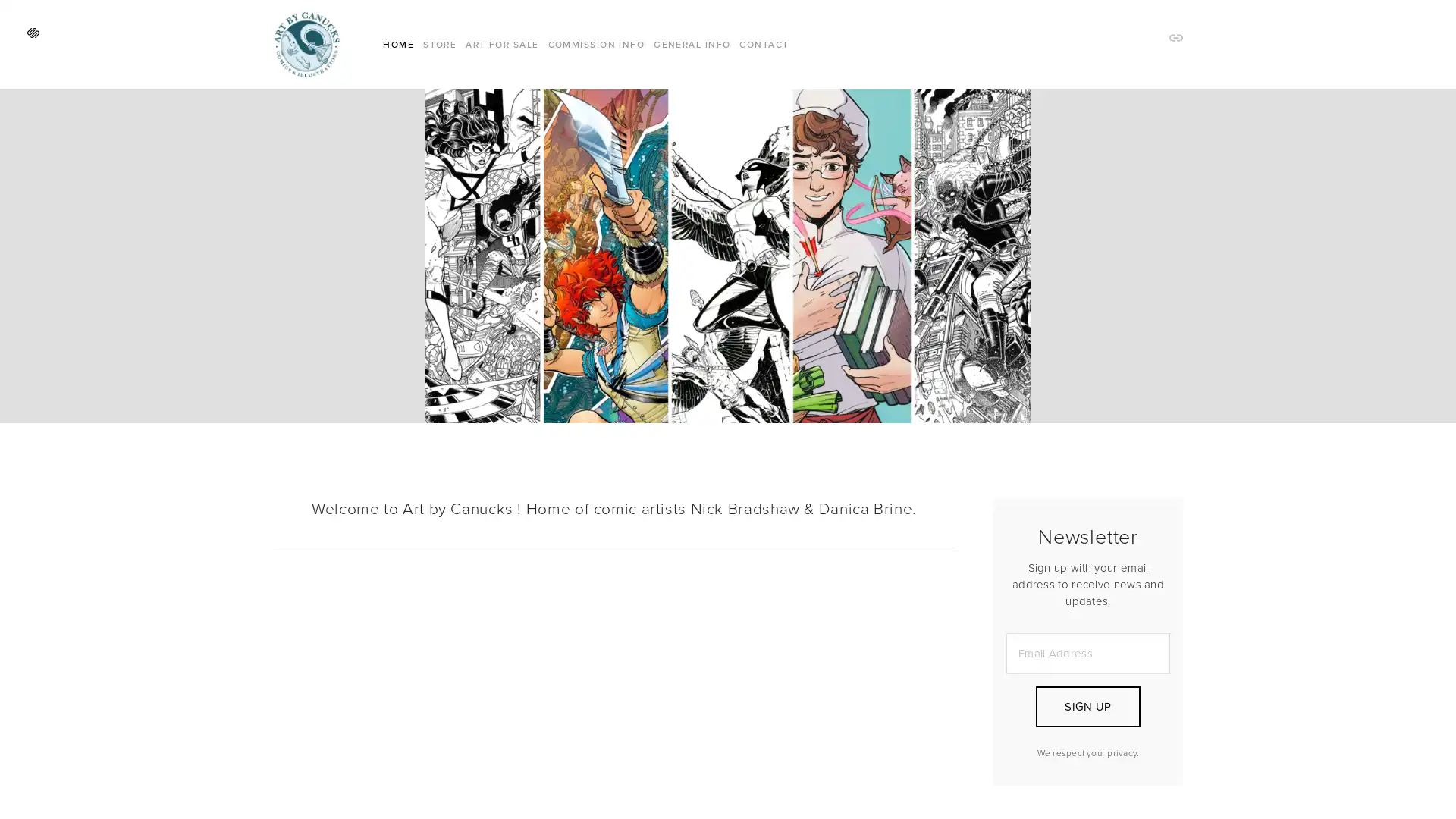 The image size is (1456, 819). What do you see at coordinates (1087, 707) in the screenshot?
I see `SIGN UP` at bounding box center [1087, 707].